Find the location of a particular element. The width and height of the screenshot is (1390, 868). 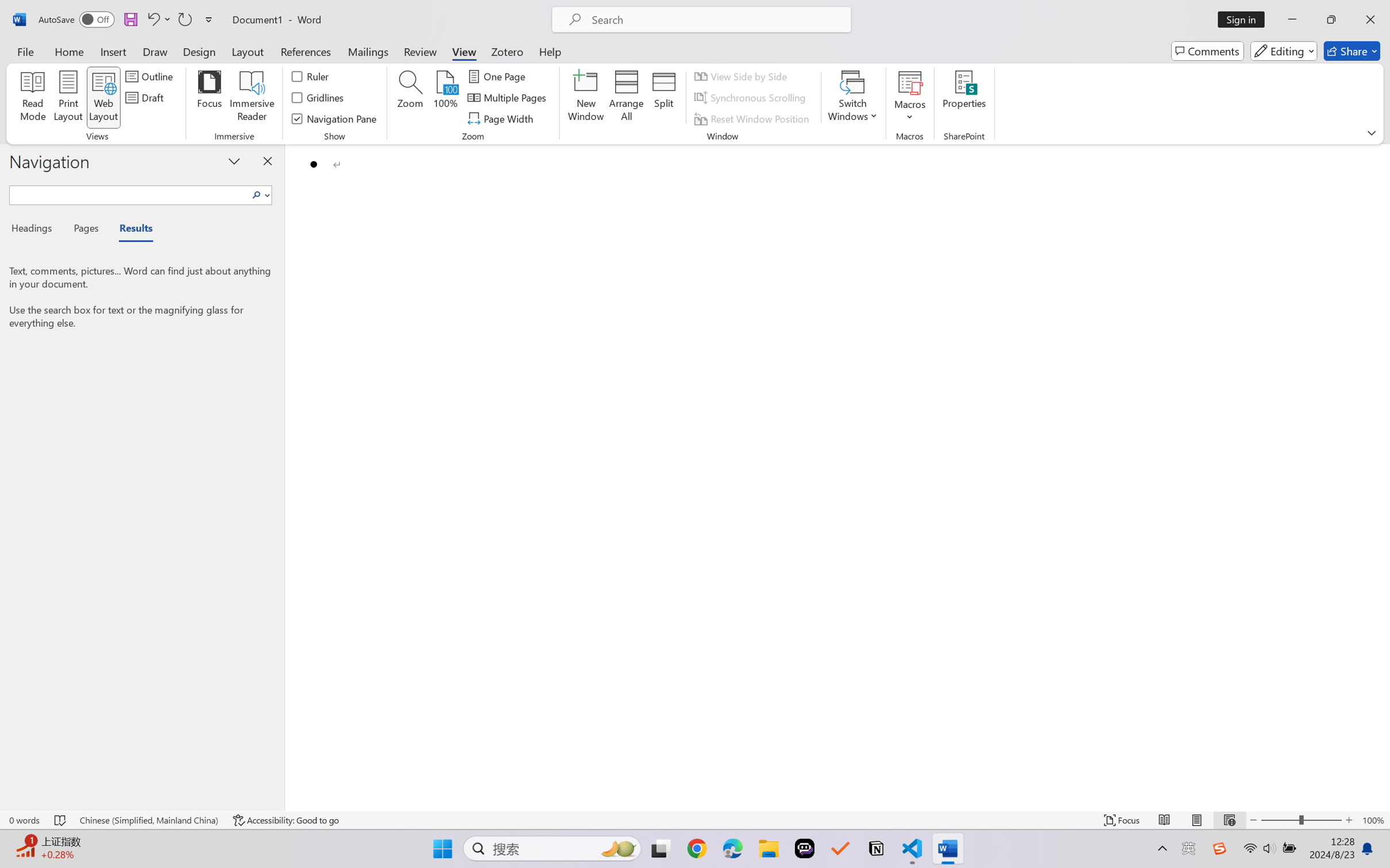

'Immersive Reader' is located at coordinates (252, 98).